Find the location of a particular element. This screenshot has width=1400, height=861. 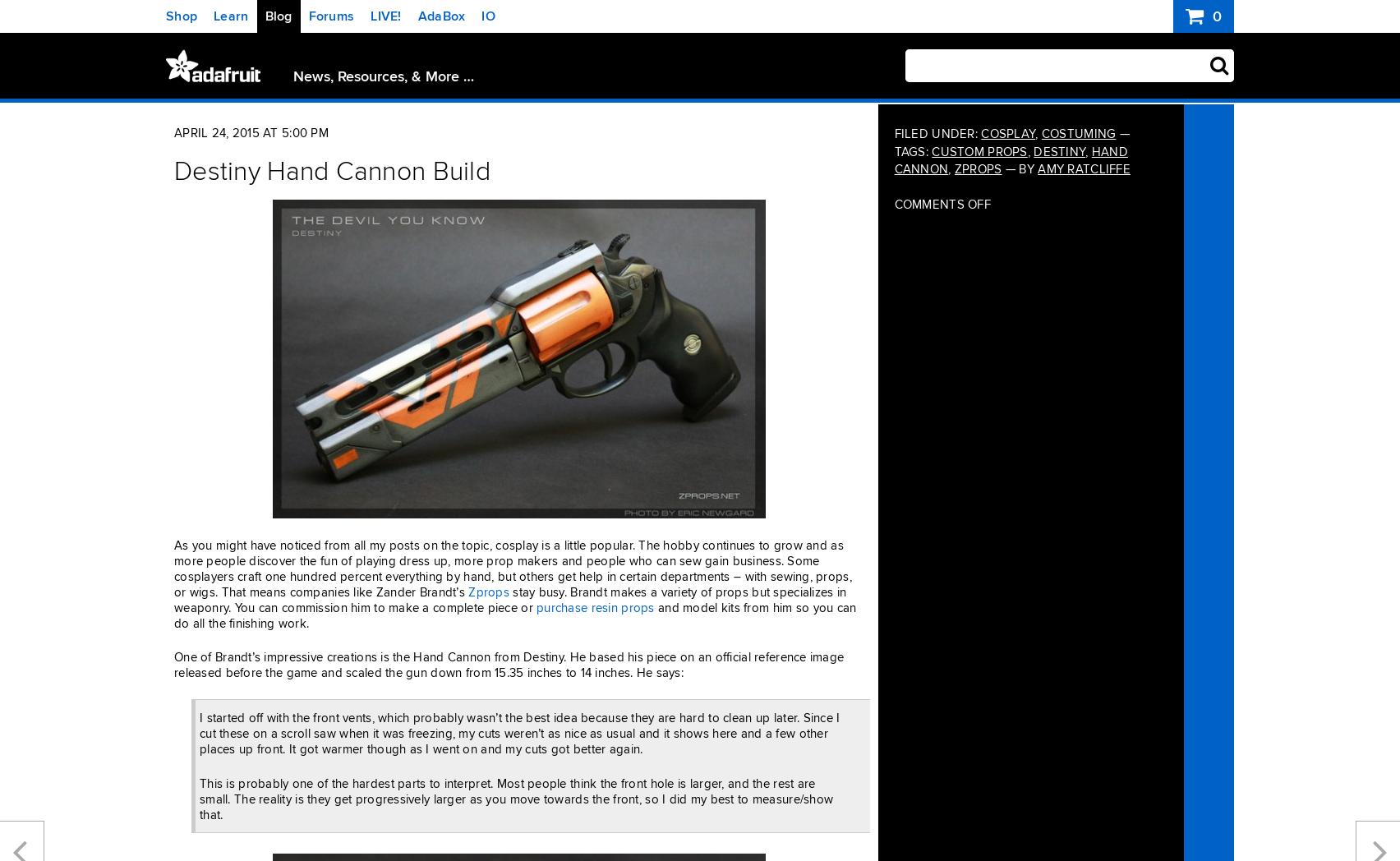

'costuming' is located at coordinates (1078, 133).